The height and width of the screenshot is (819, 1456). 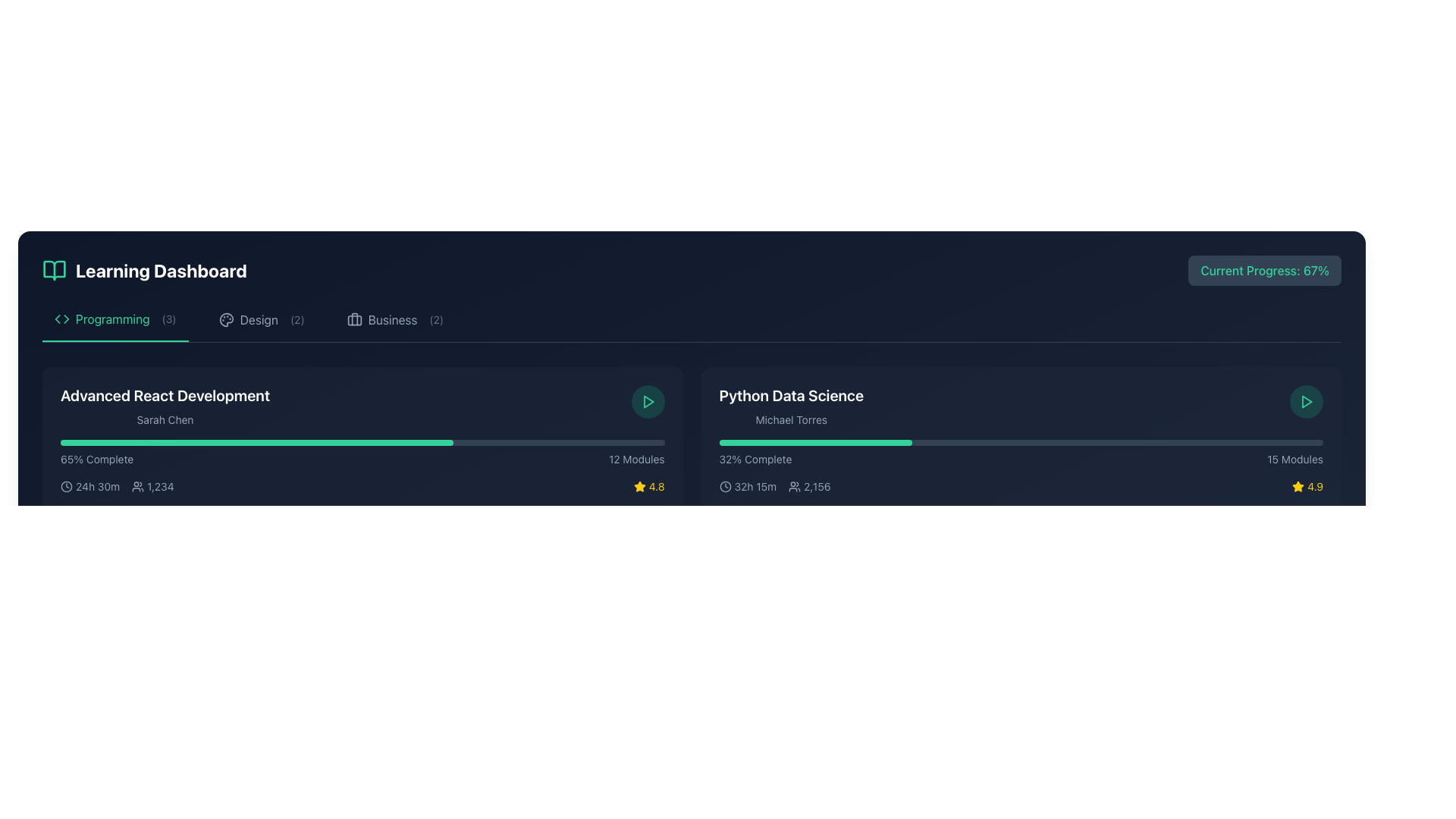 I want to click on the static text label displaying '65% Complete' in light gray font, located near the progress bar and to the left of '12 Modules', so click(x=96, y=458).